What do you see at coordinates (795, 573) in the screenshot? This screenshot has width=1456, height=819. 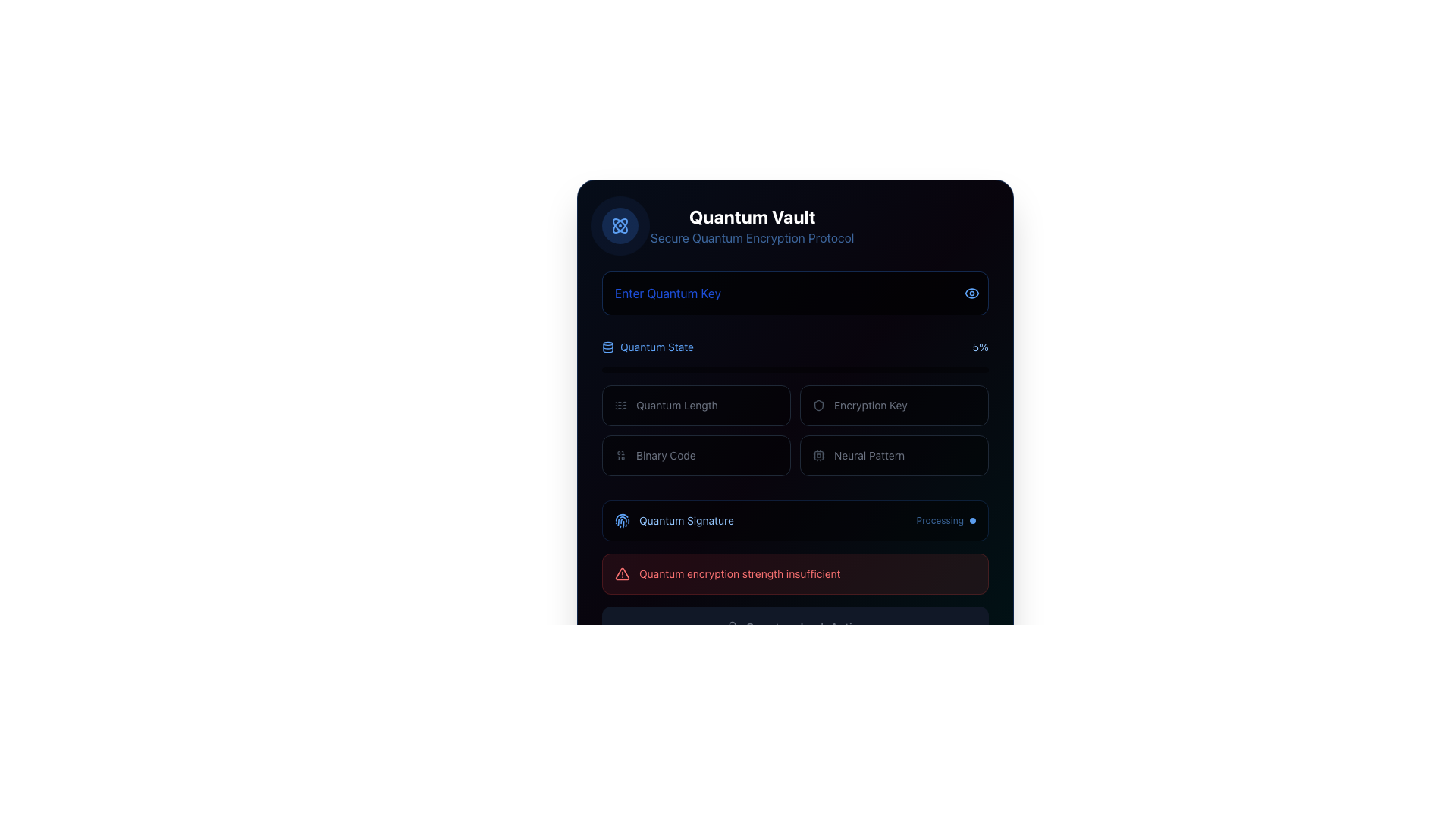 I see `warning message from the Notification box, which has a red background and displays the text 'Quantum encryption strength insufficient'` at bounding box center [795, 573].